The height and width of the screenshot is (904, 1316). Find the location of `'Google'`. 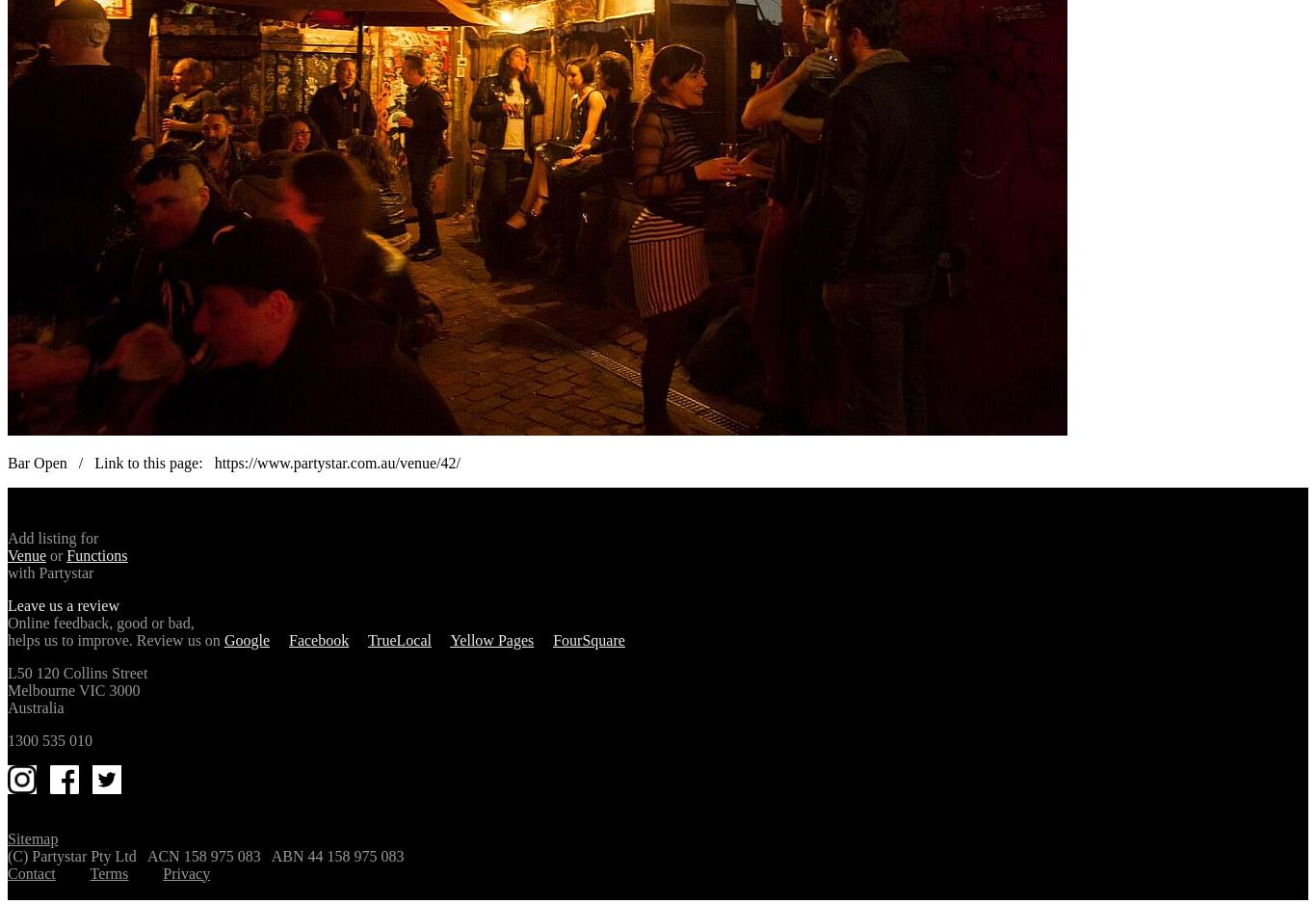

'Google' is located at coordinates (246, 638).